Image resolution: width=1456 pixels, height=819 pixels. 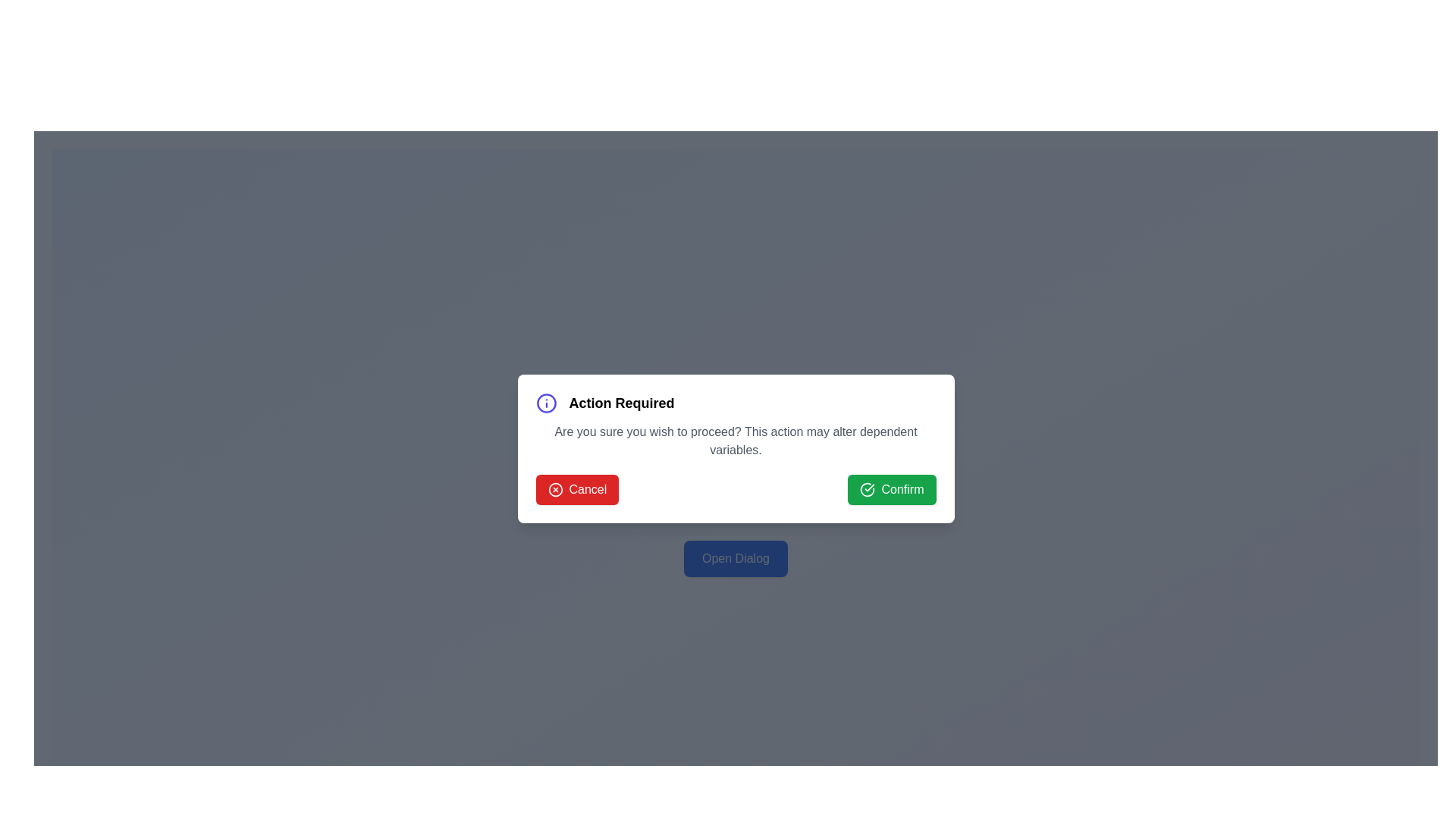 I want to click on the filled circle icon located in the header section of the modal dialog box, near the text 'Action Required', so click(x=554, y=489).